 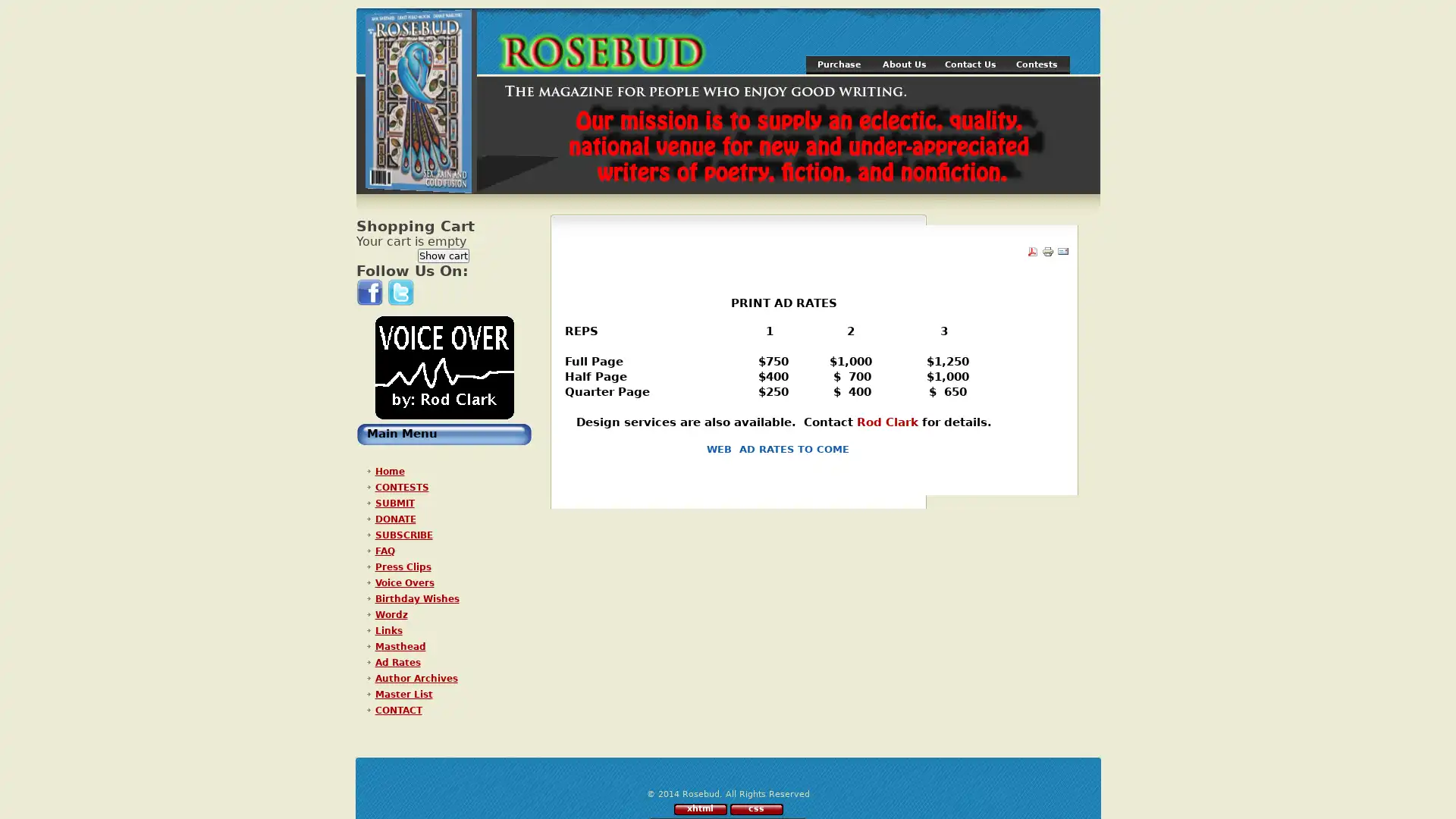 I want to click on Show cart, so click(x=443, y=255).